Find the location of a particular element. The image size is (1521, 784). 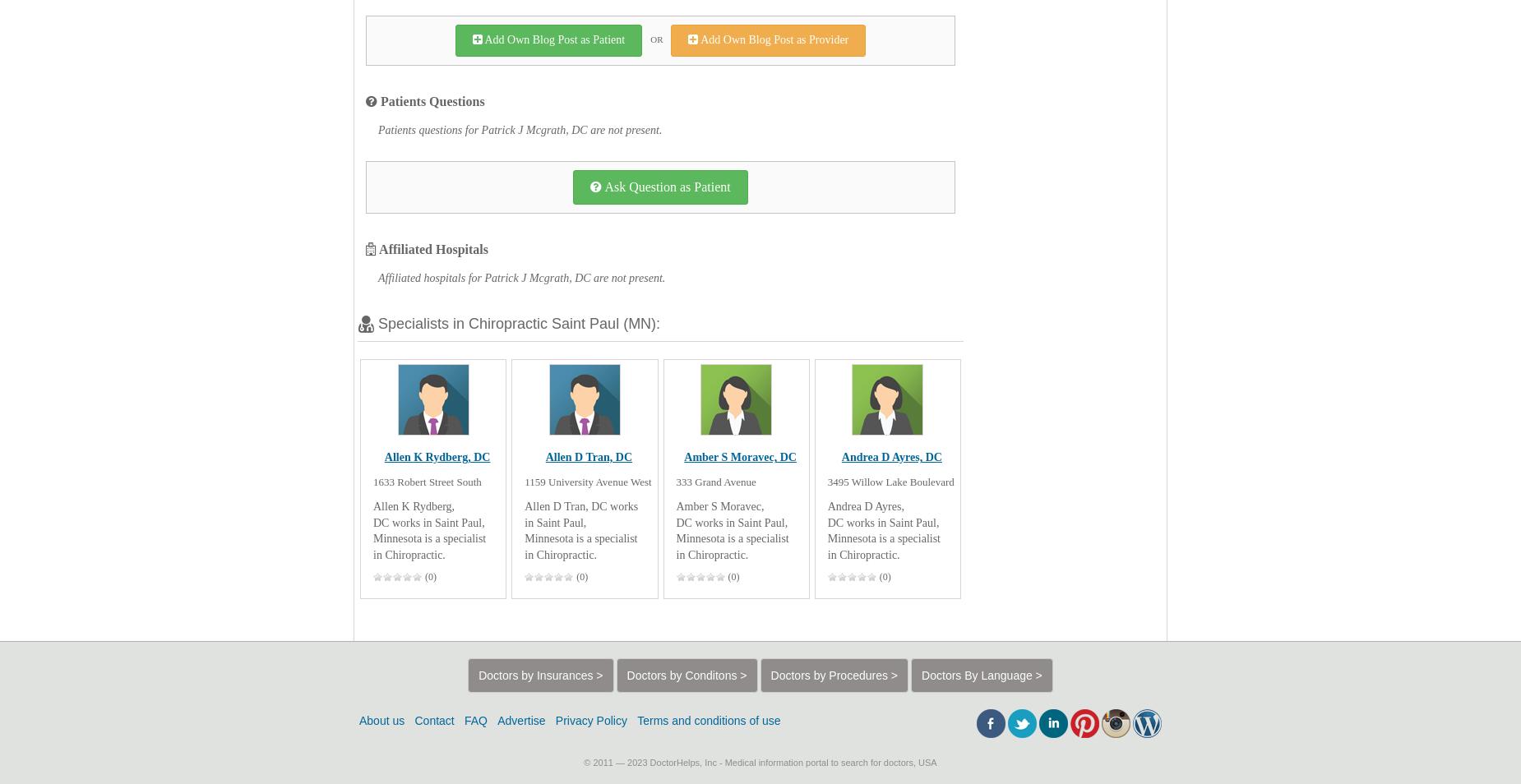

'OR' is located at coordinates (656, 38).